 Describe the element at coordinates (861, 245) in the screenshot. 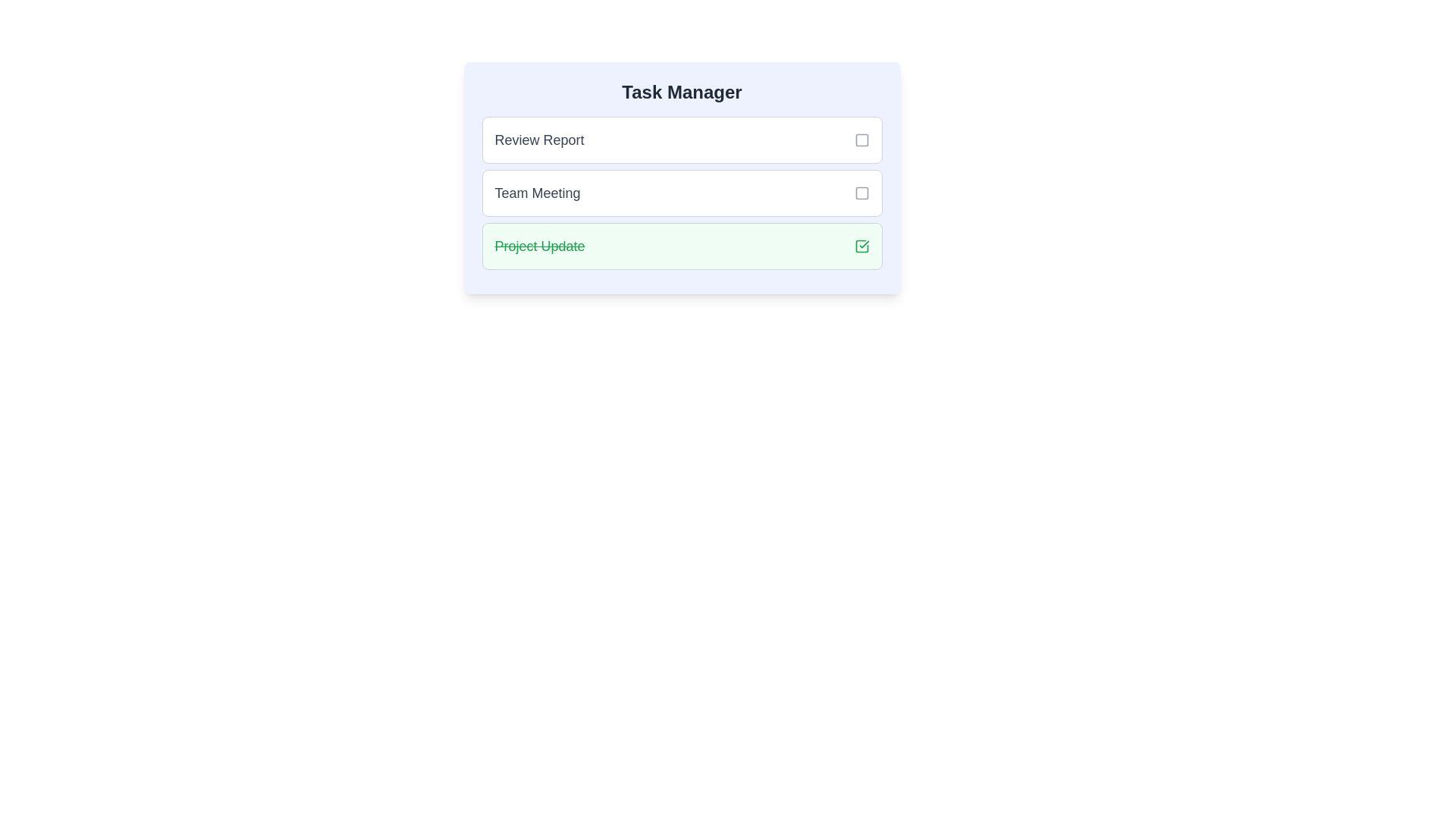

I see `the green-bordered icon with a green checkmark that signifies a completed status, located to the right of the 'Project Update' text in the Task Manager interface` at that location.